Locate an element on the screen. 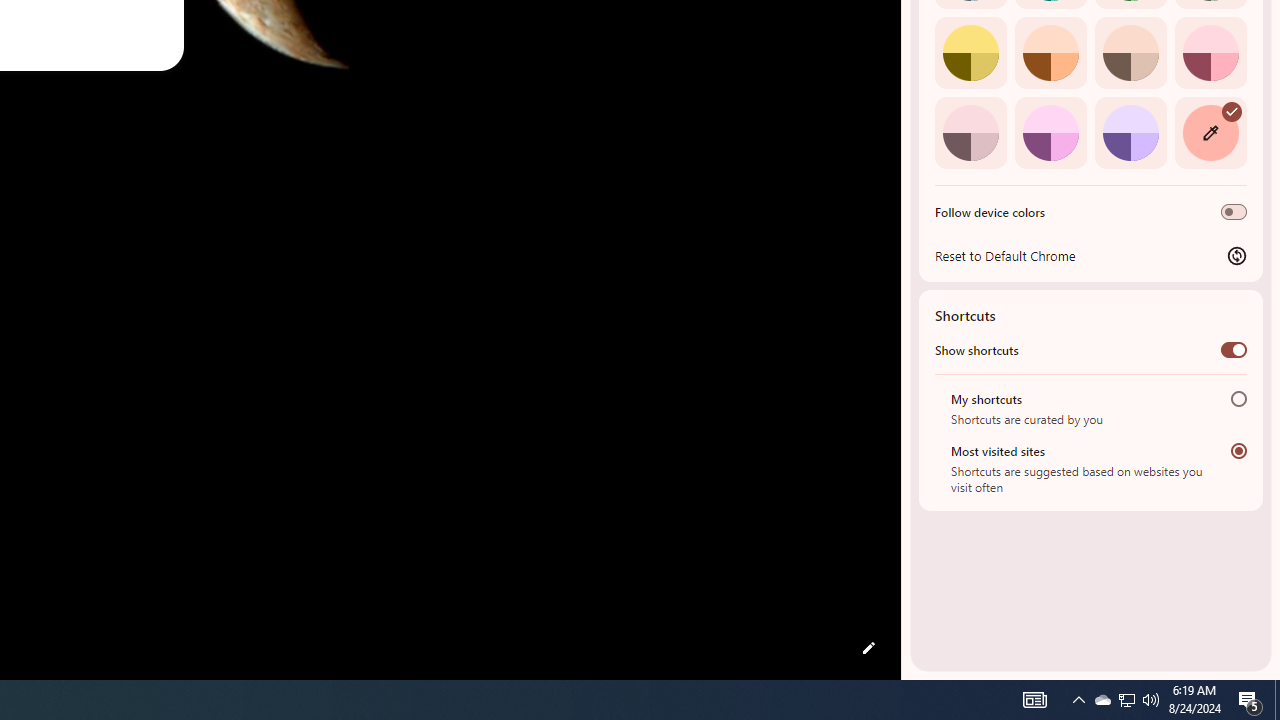 The image size is (1280, 720). 'Show shortcuts' is located at coordinates (1232, 348).